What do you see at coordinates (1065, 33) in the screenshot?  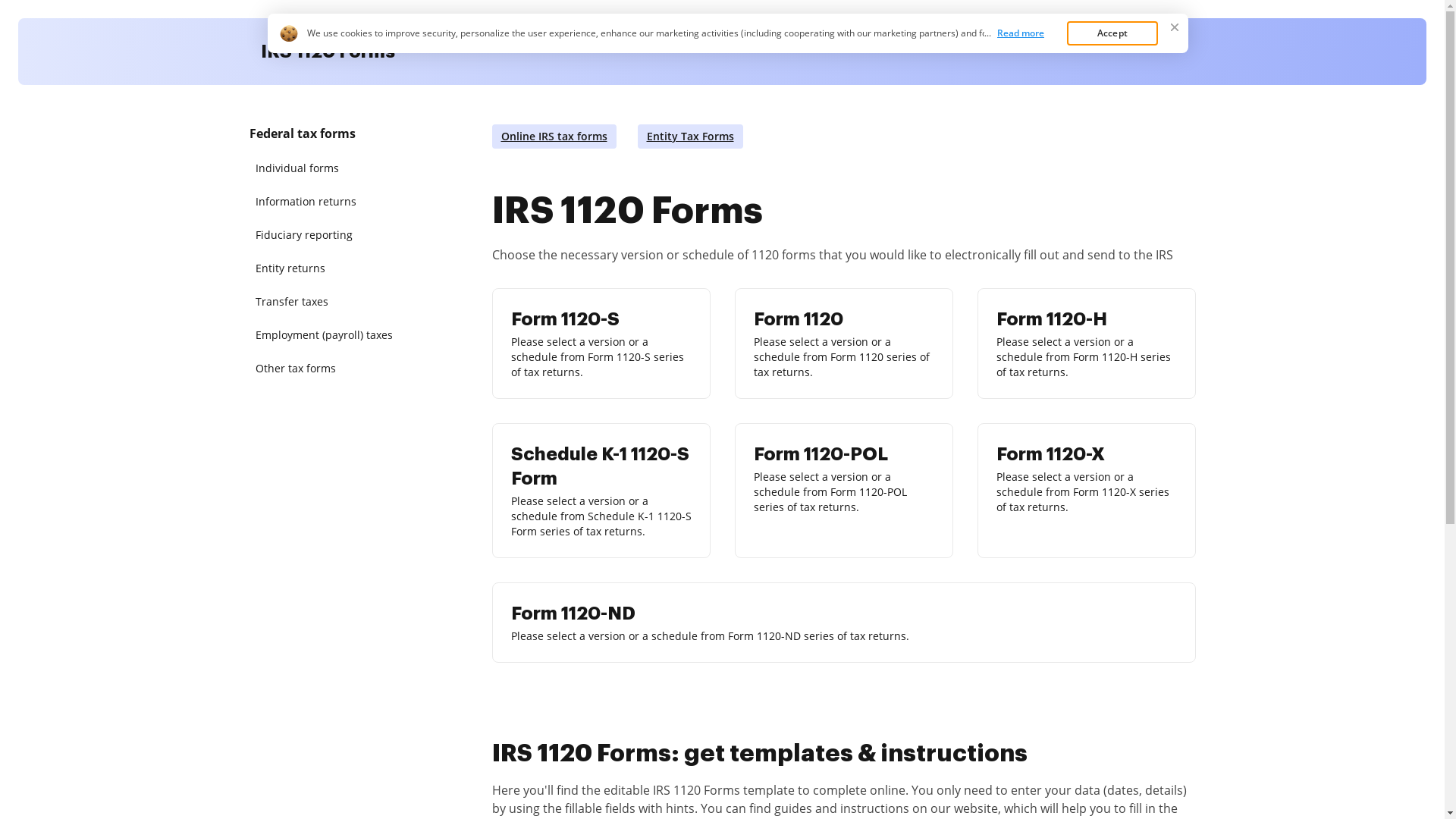 I see `'Accept'` at bounding box center [1065, 33].